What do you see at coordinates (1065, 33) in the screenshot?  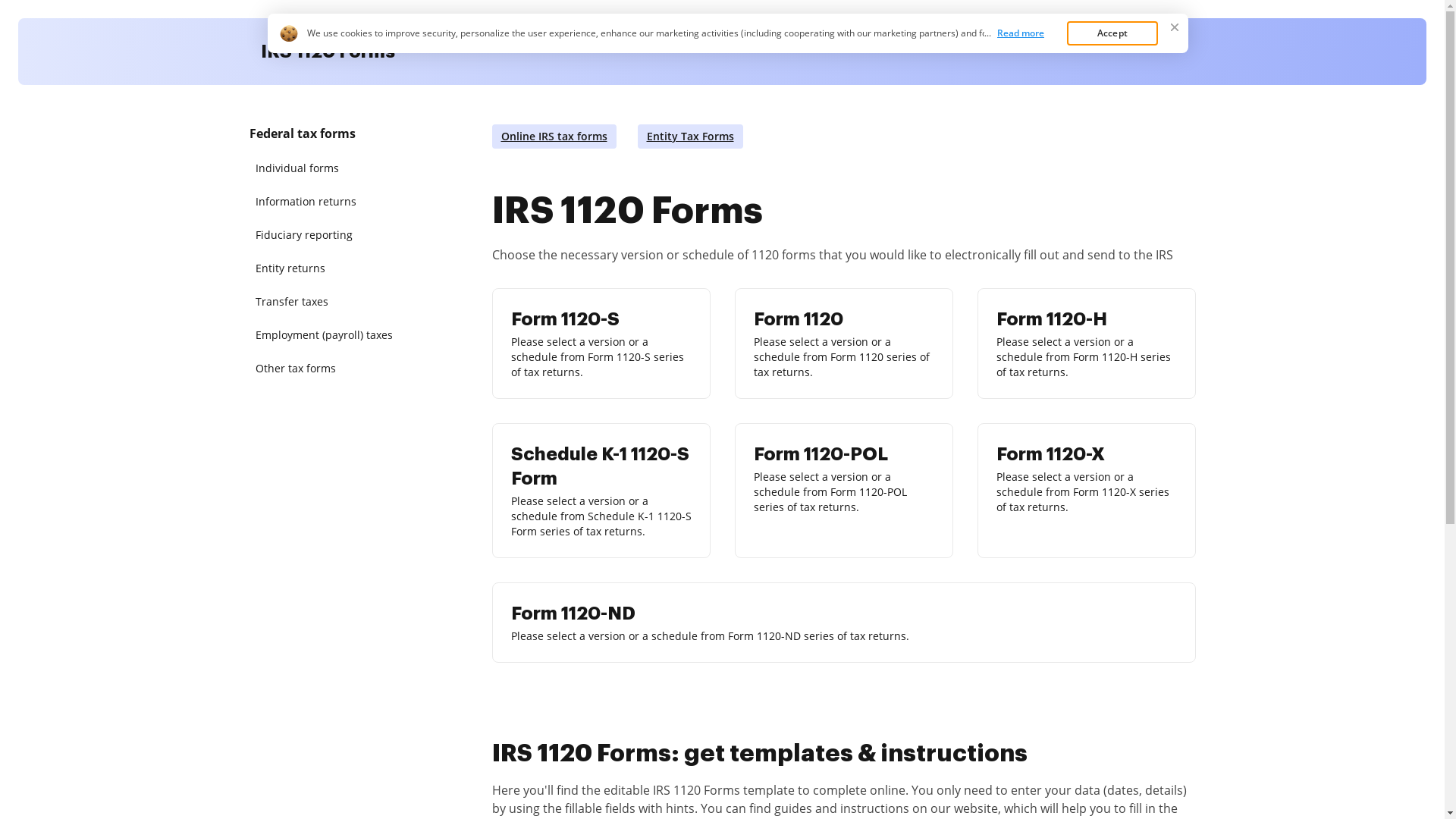 I see `'Accept'` at bounding box center [1065, 33].